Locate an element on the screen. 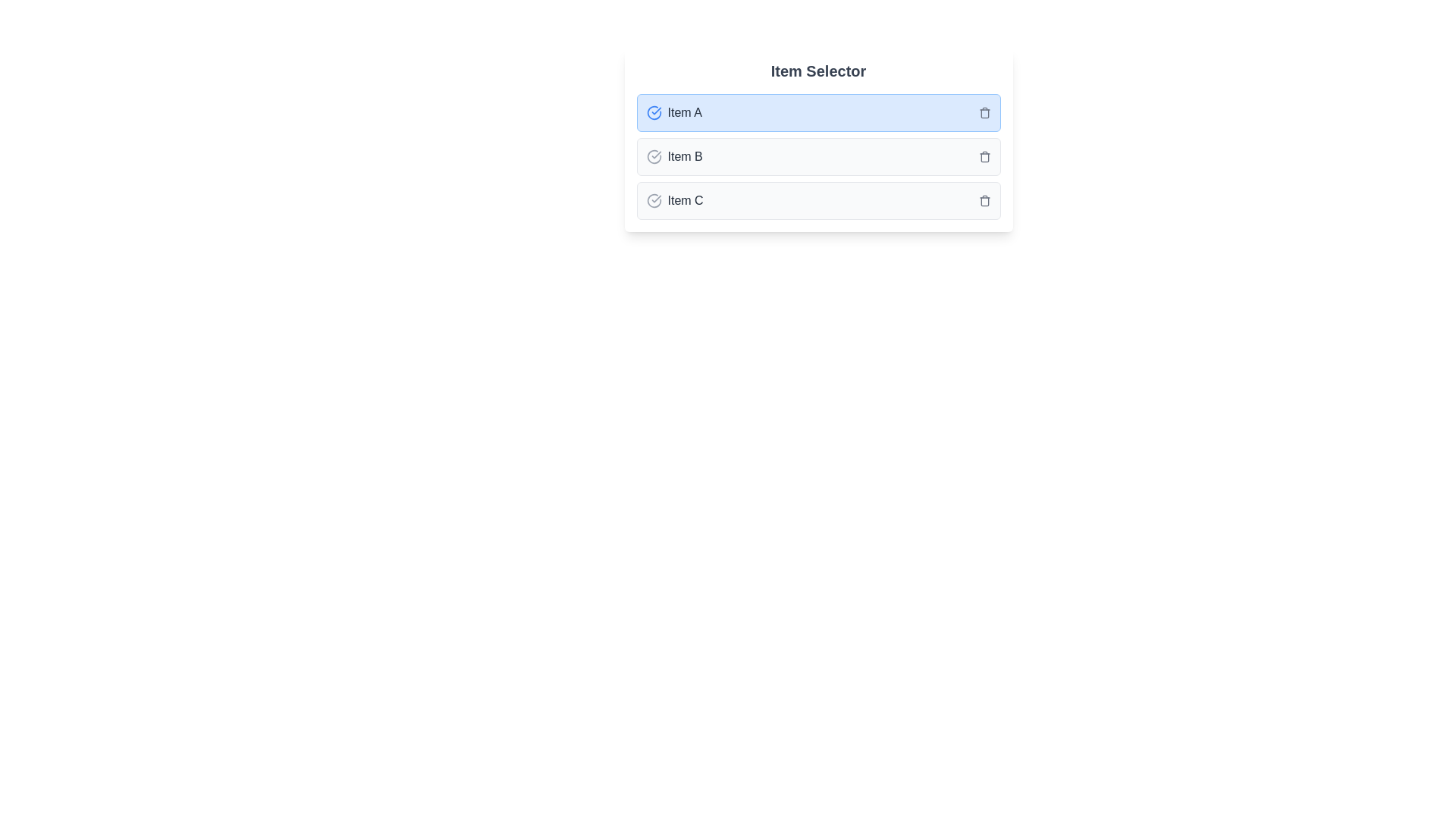 This screenshot has width=1456, height=819. the text label reading 'Item B', which is styled with a medium-weight font and gray color, located in the horizontal middle of the 'Item Selector' list, corresponding to the second item in the list is located at coordinates (684, 157).